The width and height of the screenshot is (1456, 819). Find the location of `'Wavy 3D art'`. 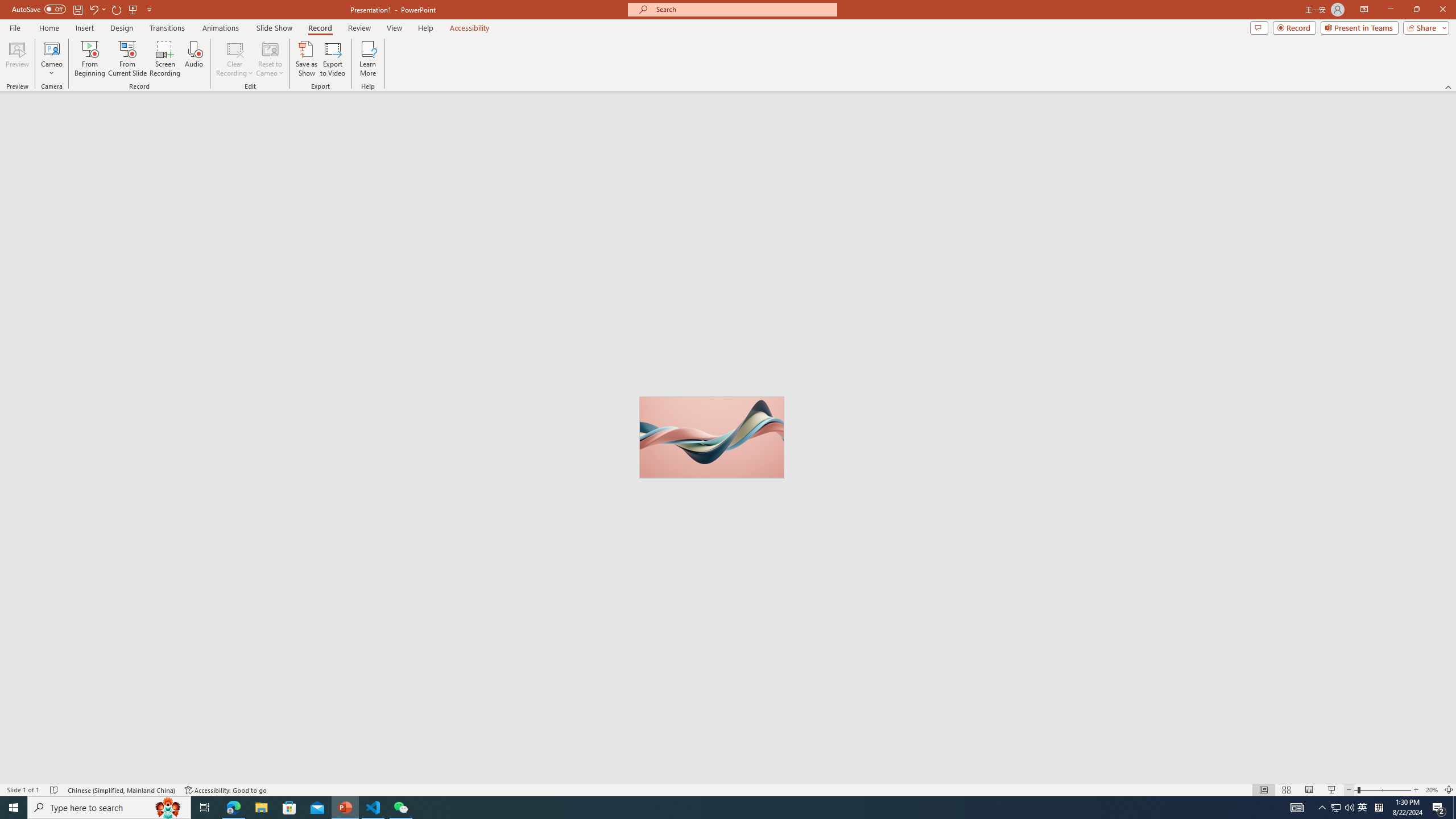

'Wavy 3D art' is located at coordinates (711, 436).